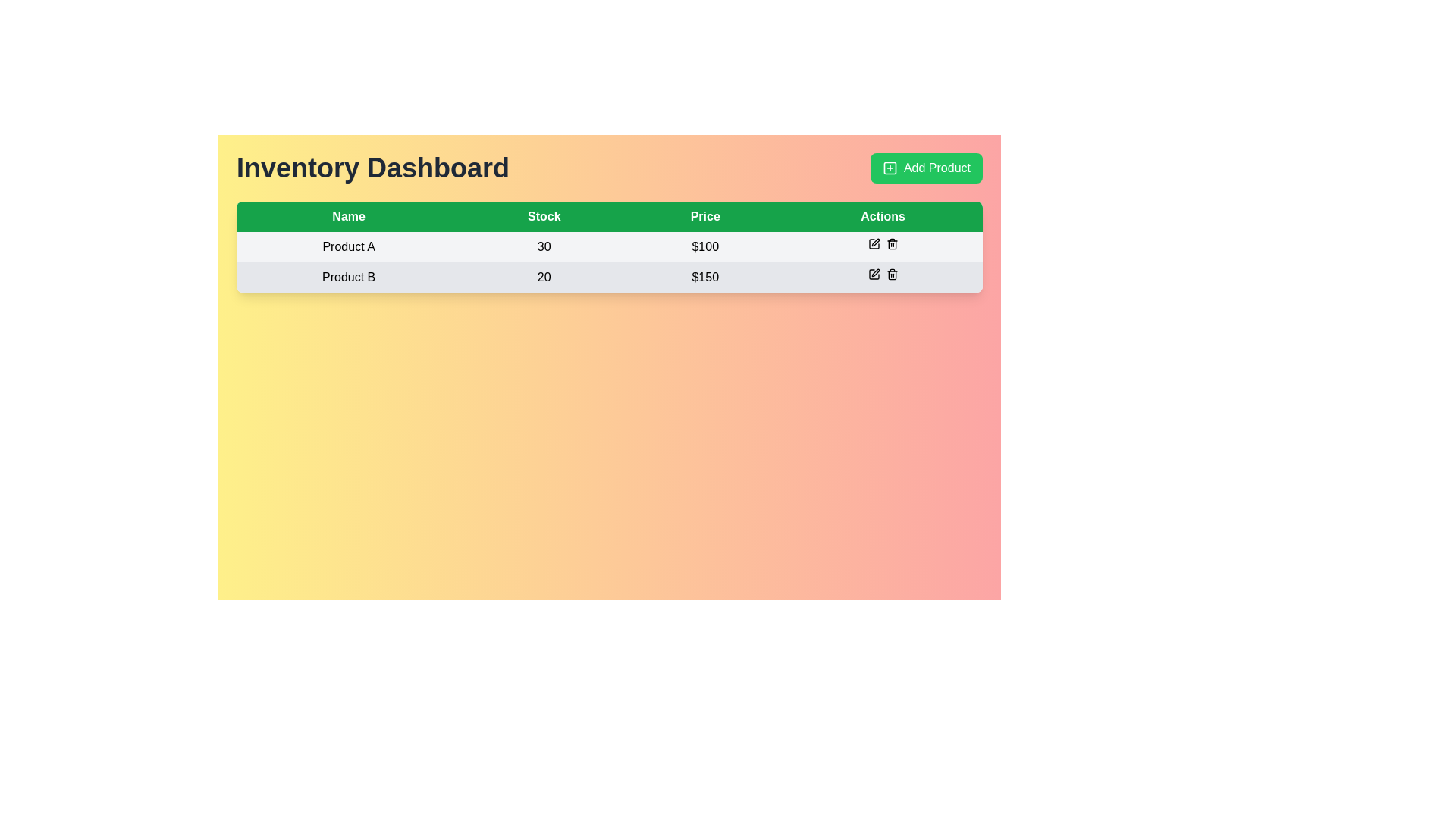 The width and height of the screenshot is (1456, 819). What do you see at coordinates (883, 216) in the screenshot?
I see `the label with a green background and white text reading 'Actions', located at the far right of the top header row` at bounding box center [883, 216].